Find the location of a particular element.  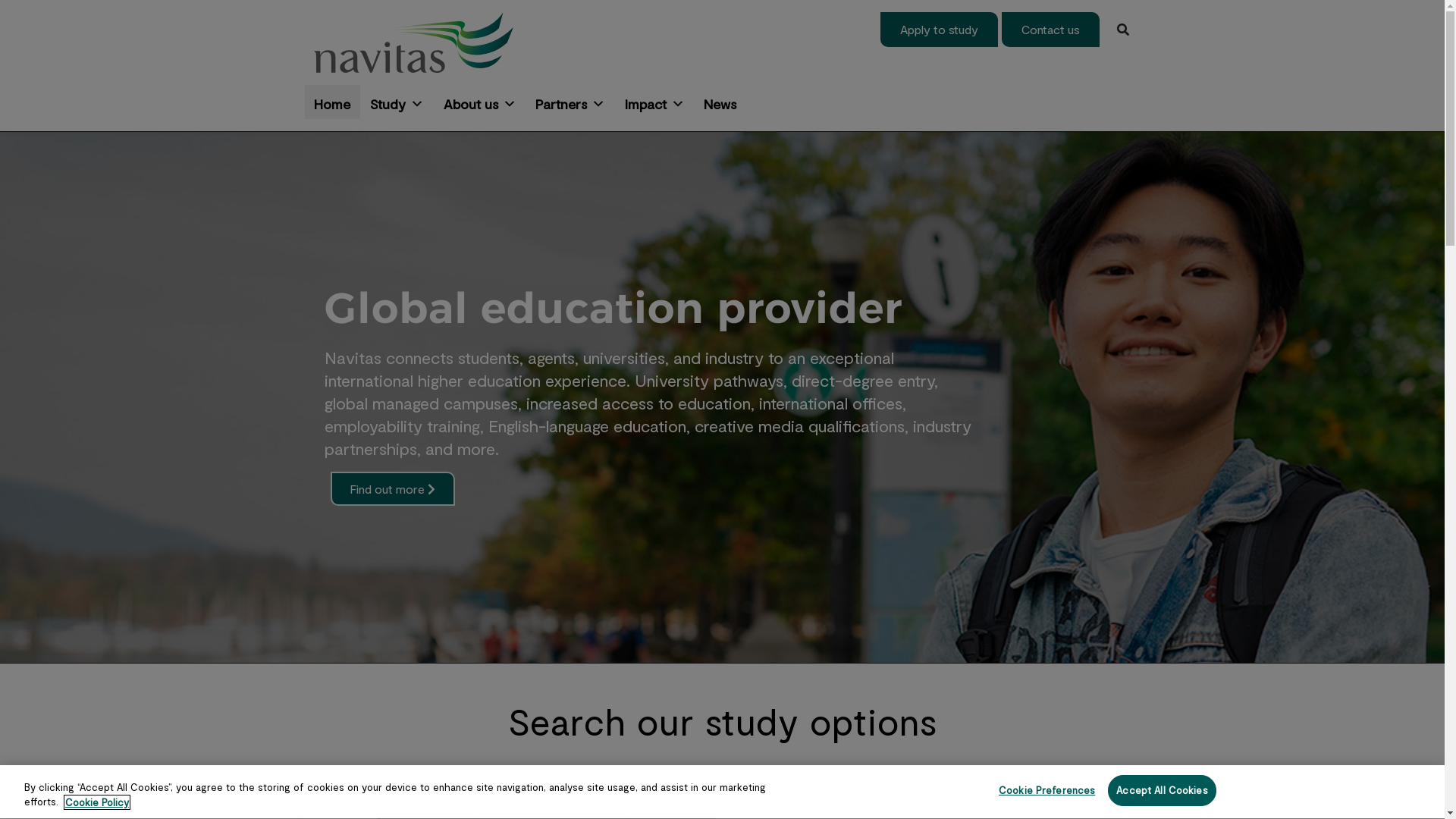

'Partners' is located at coordinates (570, 102).